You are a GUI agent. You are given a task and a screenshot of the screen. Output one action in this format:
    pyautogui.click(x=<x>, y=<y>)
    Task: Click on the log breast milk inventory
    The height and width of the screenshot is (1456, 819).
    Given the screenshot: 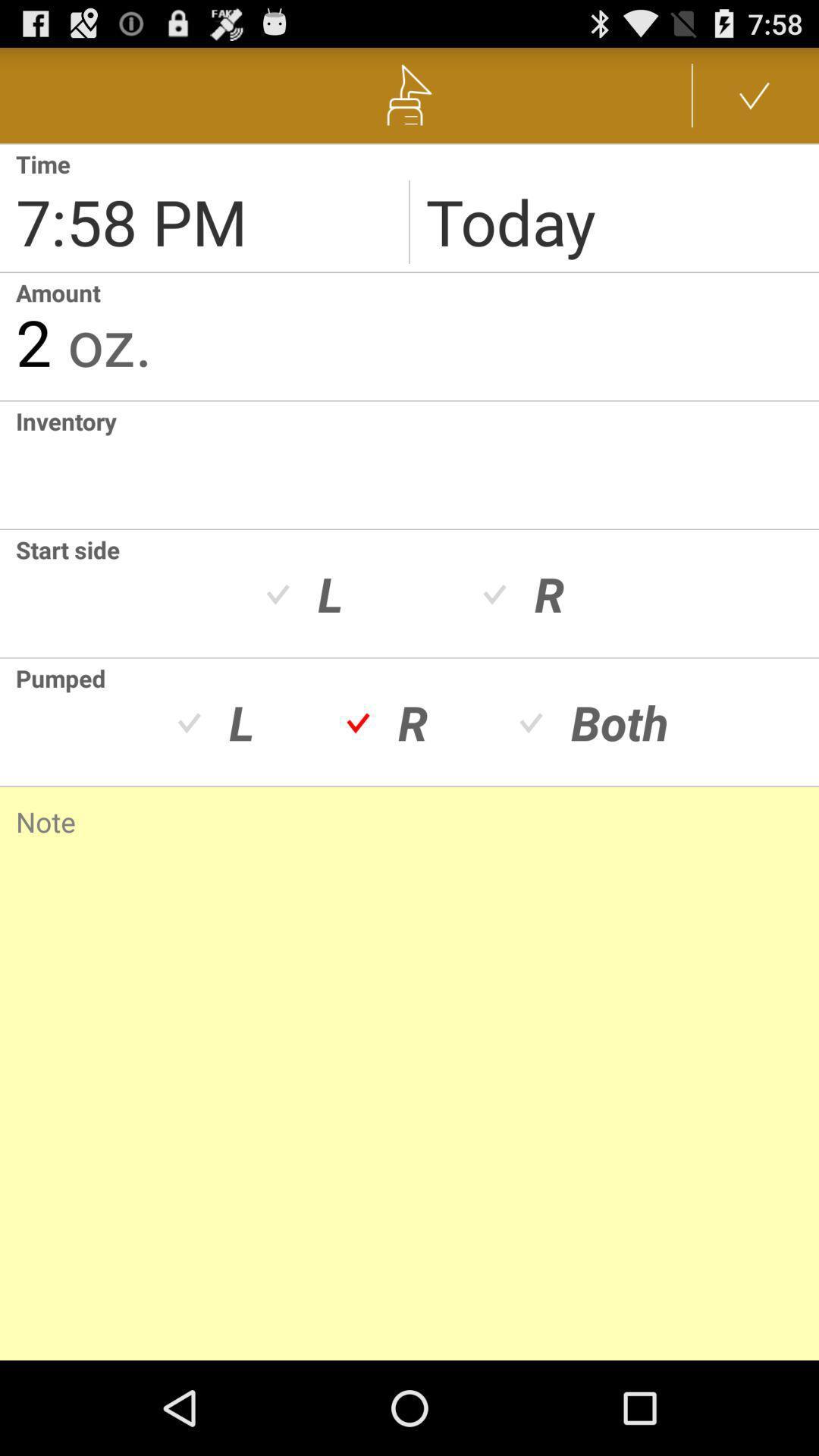 What is the action you would take?
    pyautogui.click(x=8, y=464)
    